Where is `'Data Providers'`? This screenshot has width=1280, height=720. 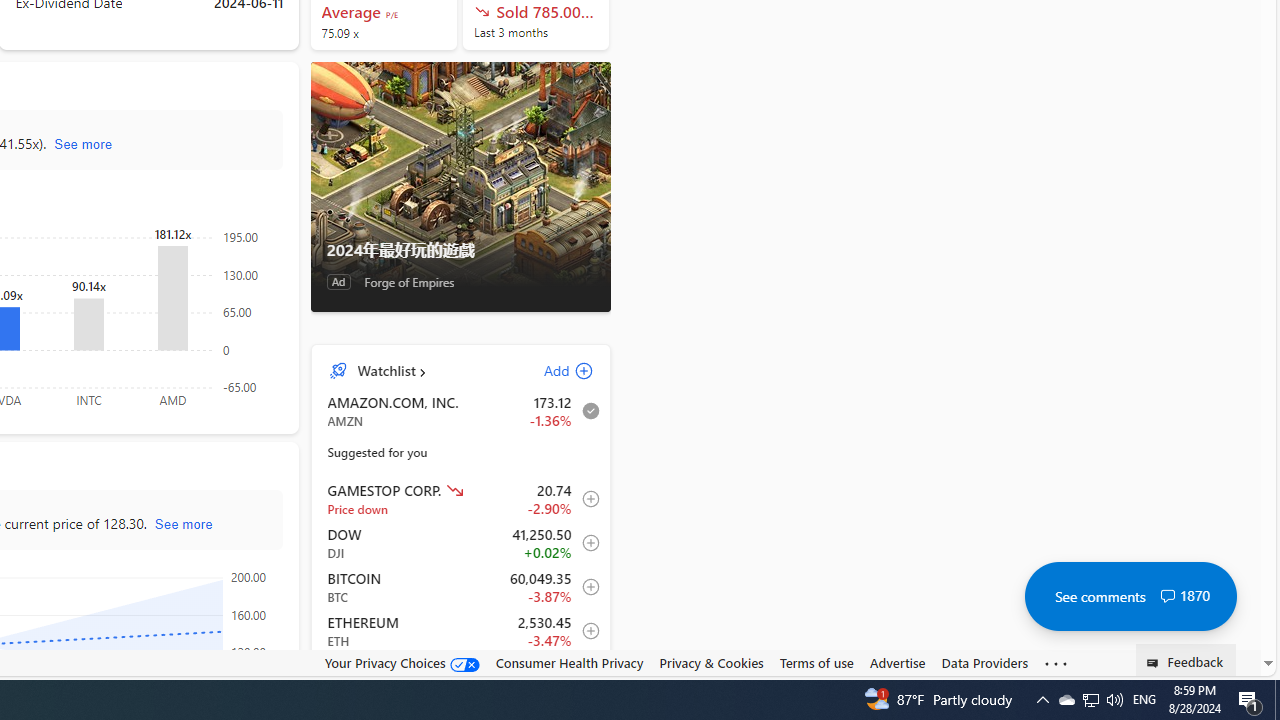
'Data Providers' is located at coordinates (984, 662).